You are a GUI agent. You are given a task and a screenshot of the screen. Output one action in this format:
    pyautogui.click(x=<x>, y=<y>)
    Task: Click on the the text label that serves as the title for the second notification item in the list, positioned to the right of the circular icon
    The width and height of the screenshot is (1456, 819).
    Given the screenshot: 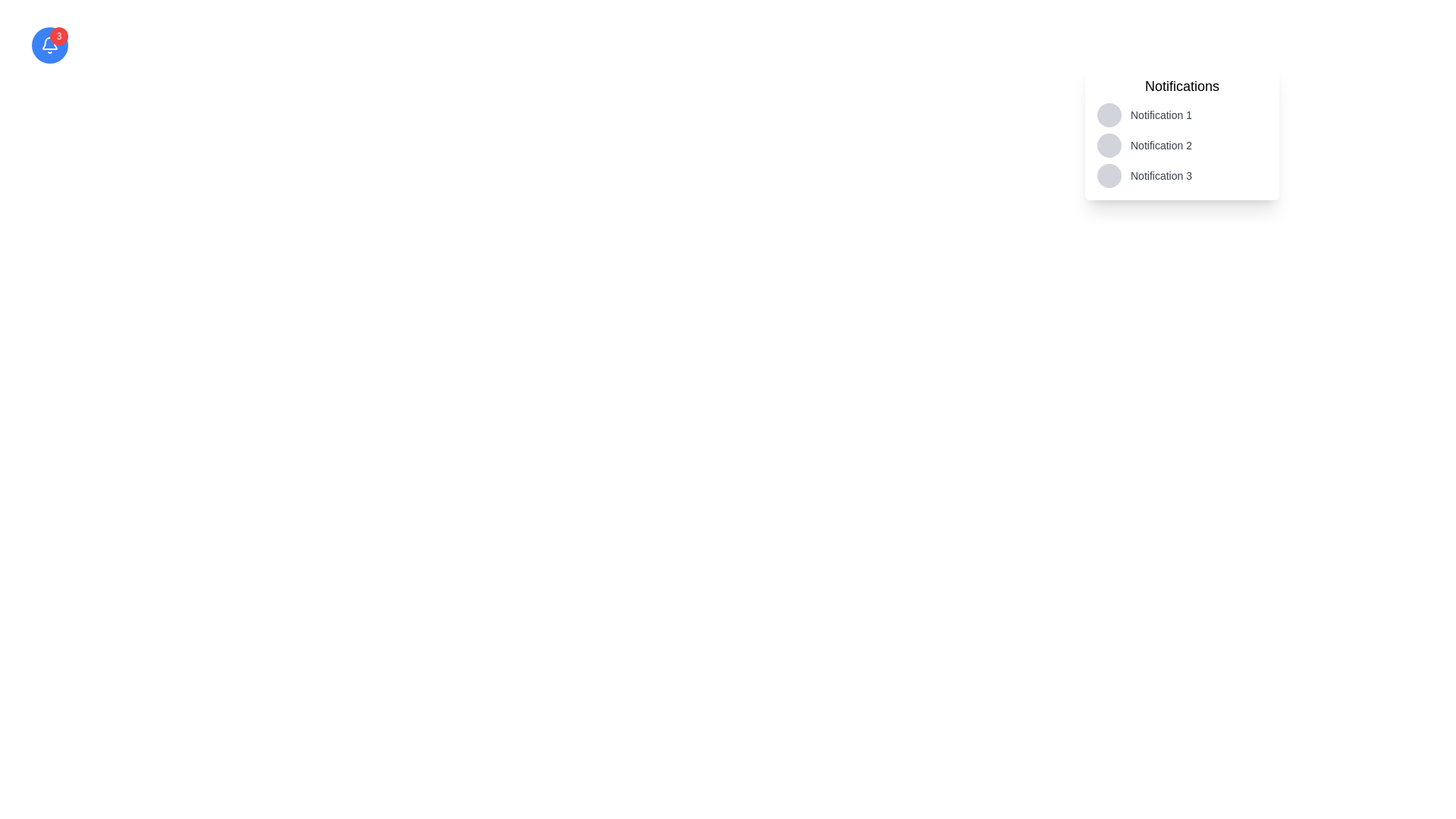 What is the action you would take?
    pyautogui.click(x=1160, y=146)
    